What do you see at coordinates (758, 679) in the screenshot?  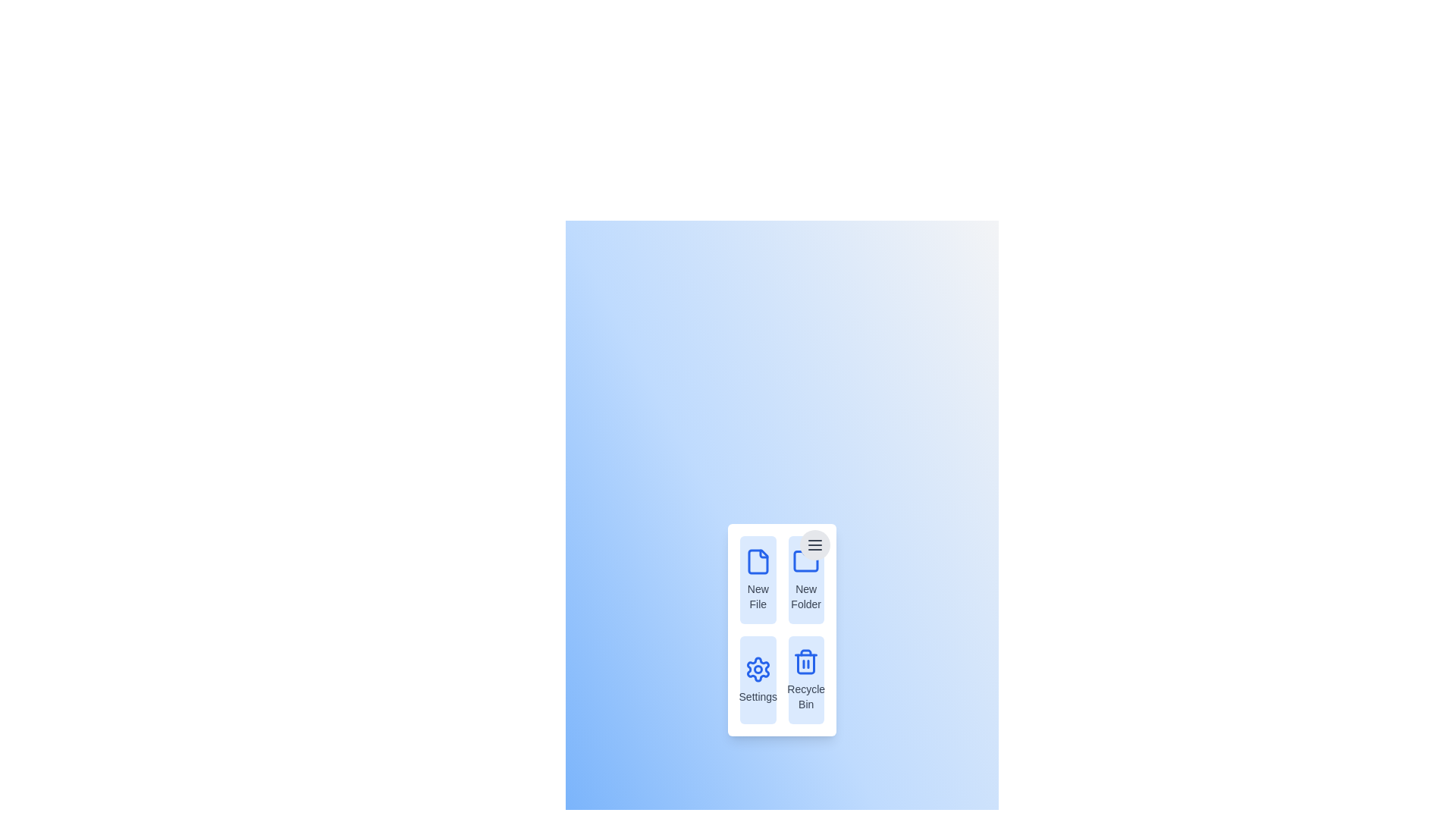 I see `the menu item Settings to observe its hover effect` at bounding box center [758, 679].